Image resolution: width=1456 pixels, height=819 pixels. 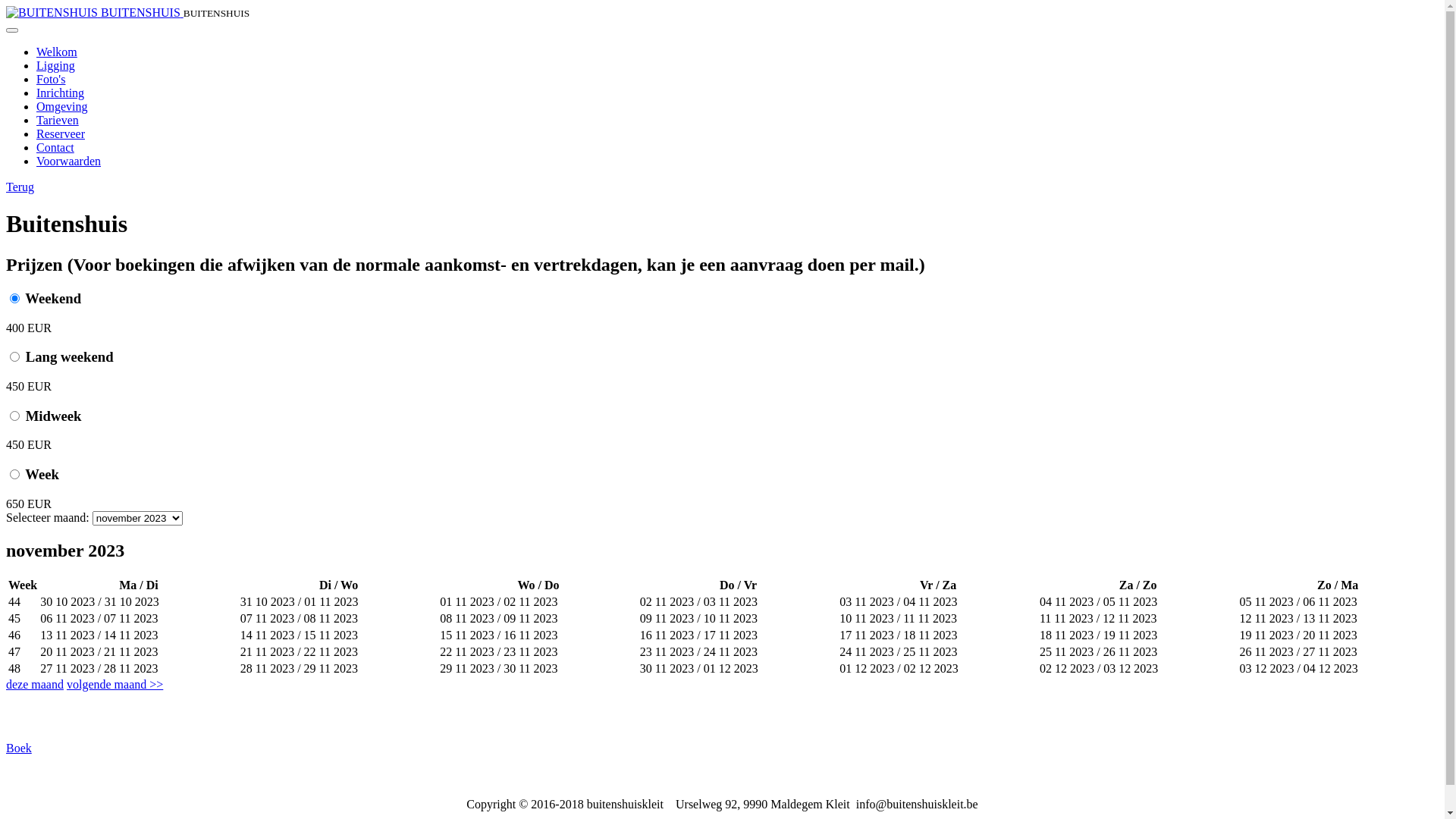 I want to click on 'Contact', so click(x=55, y=147).